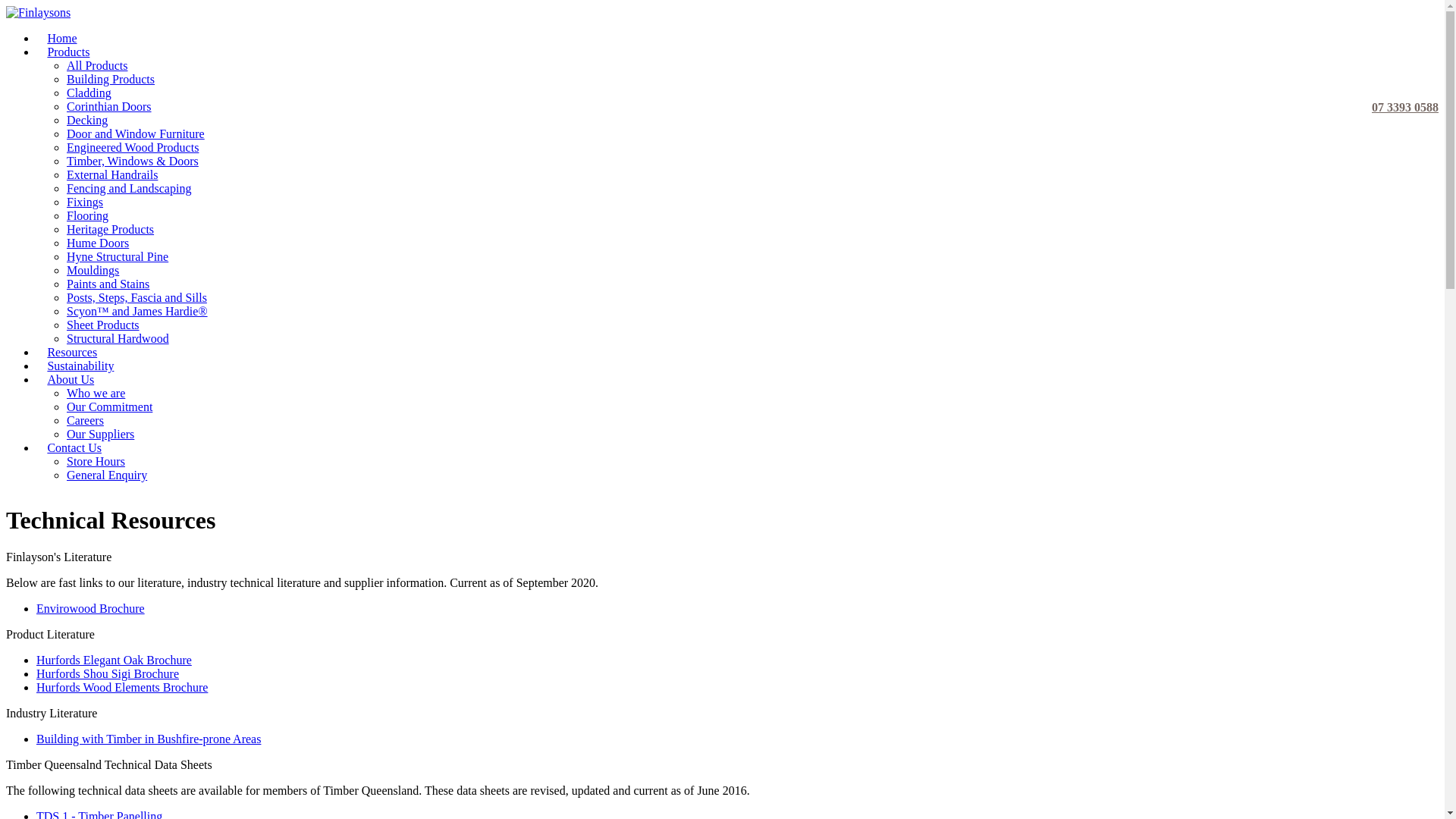  I want to click on 'Hurfords Wood Elements Brochure', so click(122, 687).